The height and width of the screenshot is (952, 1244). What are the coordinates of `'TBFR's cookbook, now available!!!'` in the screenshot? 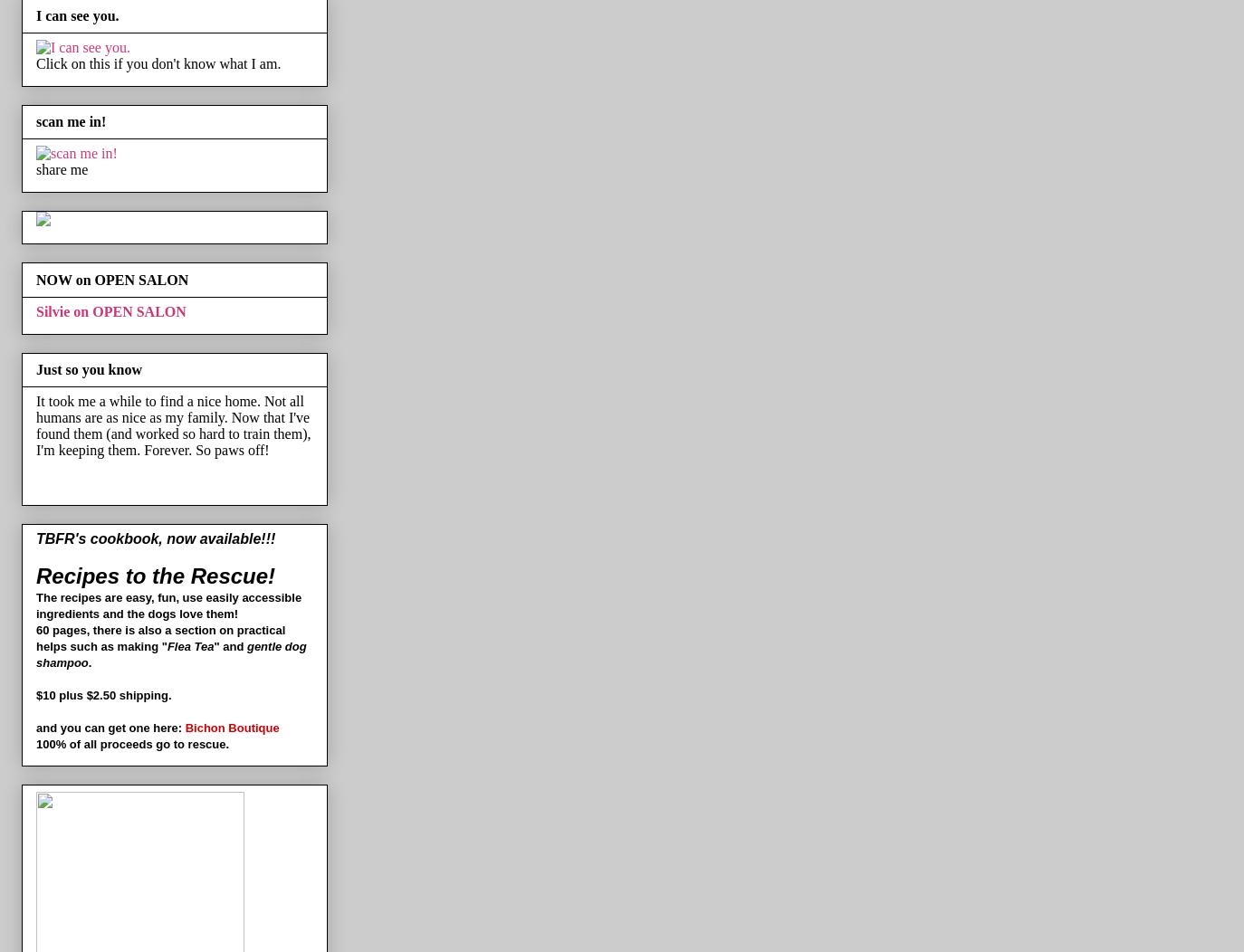 It's located at (155, 538).